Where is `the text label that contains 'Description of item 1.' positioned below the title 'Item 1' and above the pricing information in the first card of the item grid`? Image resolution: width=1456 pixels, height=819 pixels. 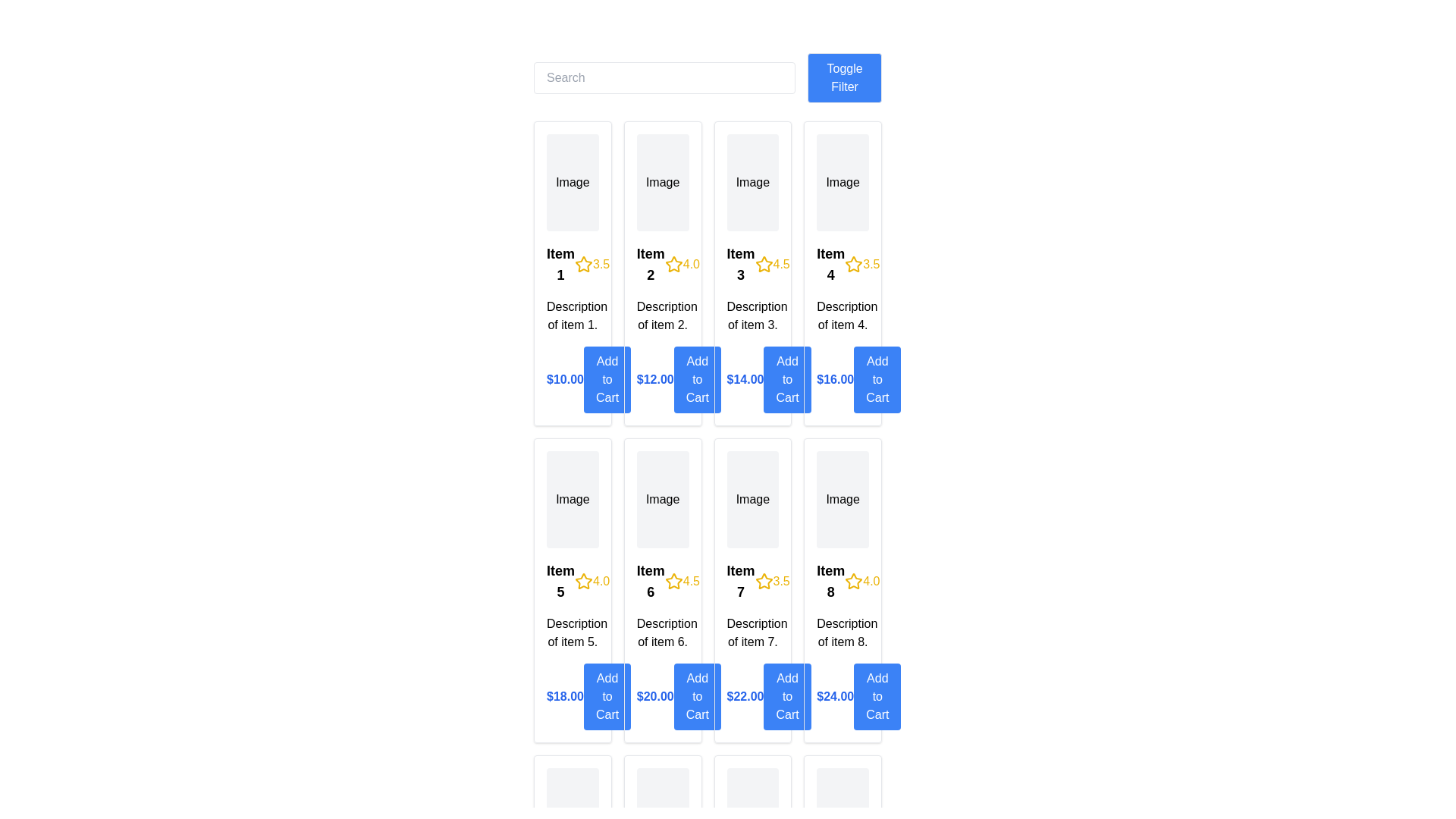 the text label that contains 'Description of item 1.' positioned below the title 'Item 1' and above the pricing information in the first card of the item grid is located at coordinates (572, 315).